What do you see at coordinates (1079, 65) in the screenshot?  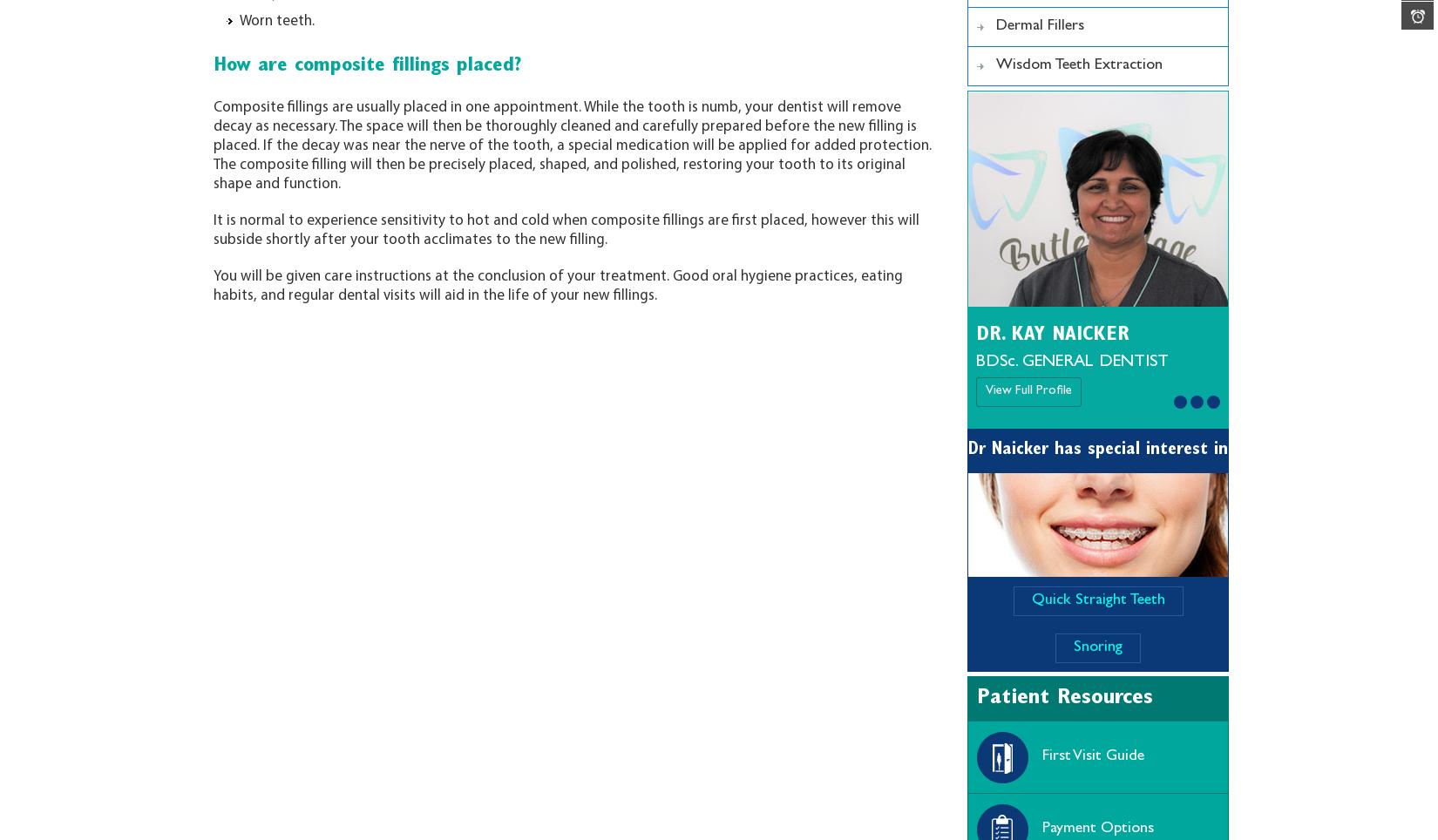 I see `'Wisdom Teeth Extraction'` at bounding box center [1079, 65].